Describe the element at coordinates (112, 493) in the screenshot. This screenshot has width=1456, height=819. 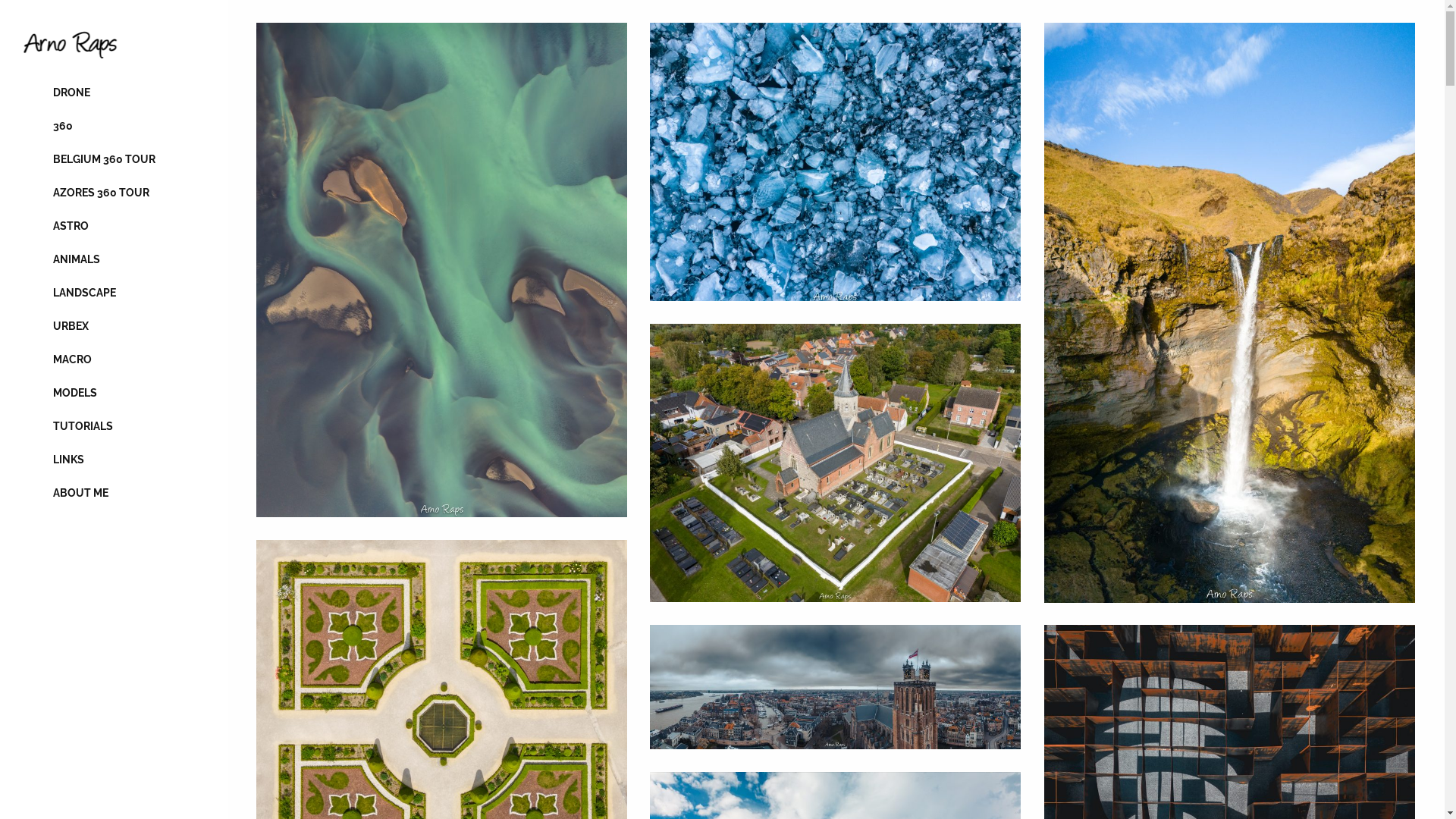
I see `'ABOUT ME'` at that location.